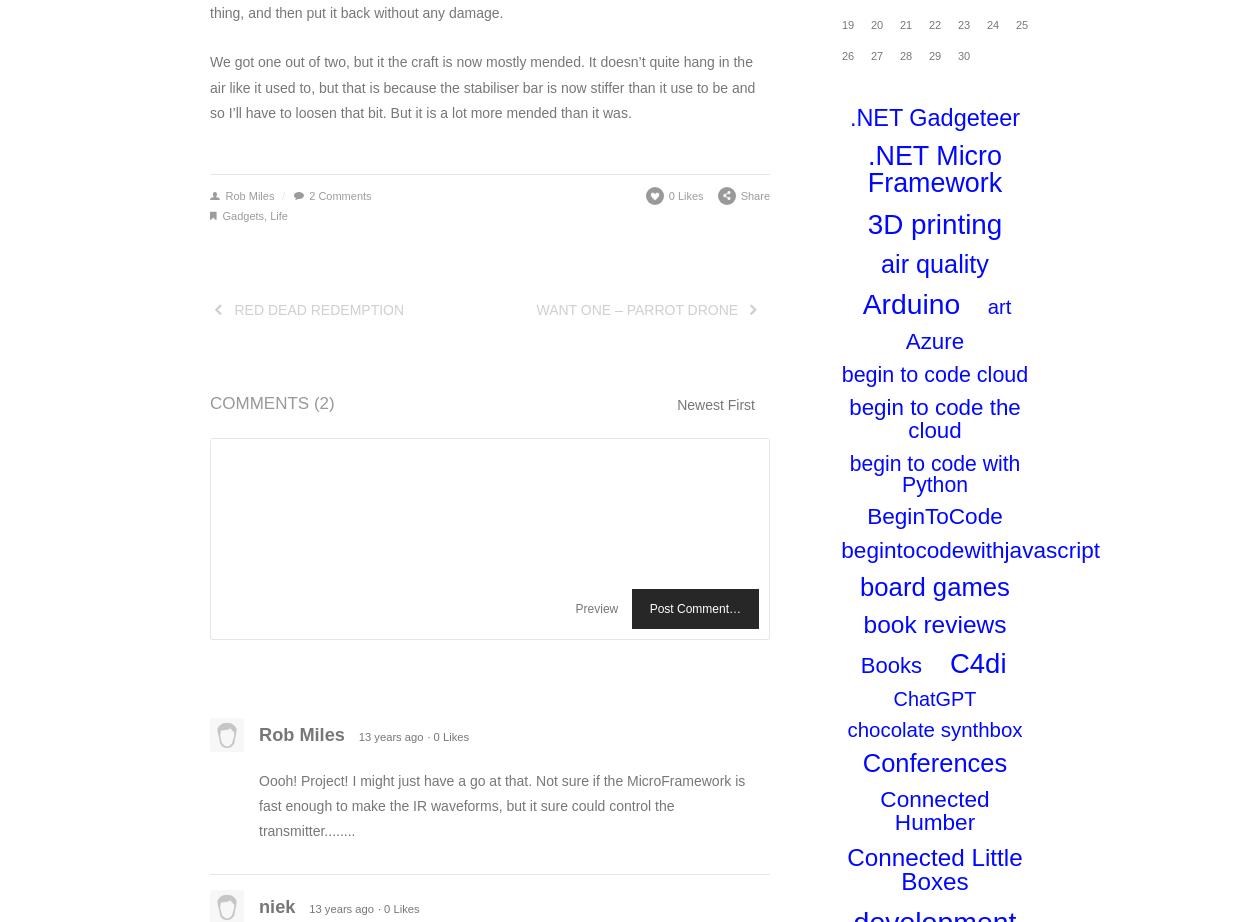 The height and width of the screenshot is (922, 1250). Describe the element at coordinates (221, 215) in the screenshot. I see `'Gadgets'` at that location.